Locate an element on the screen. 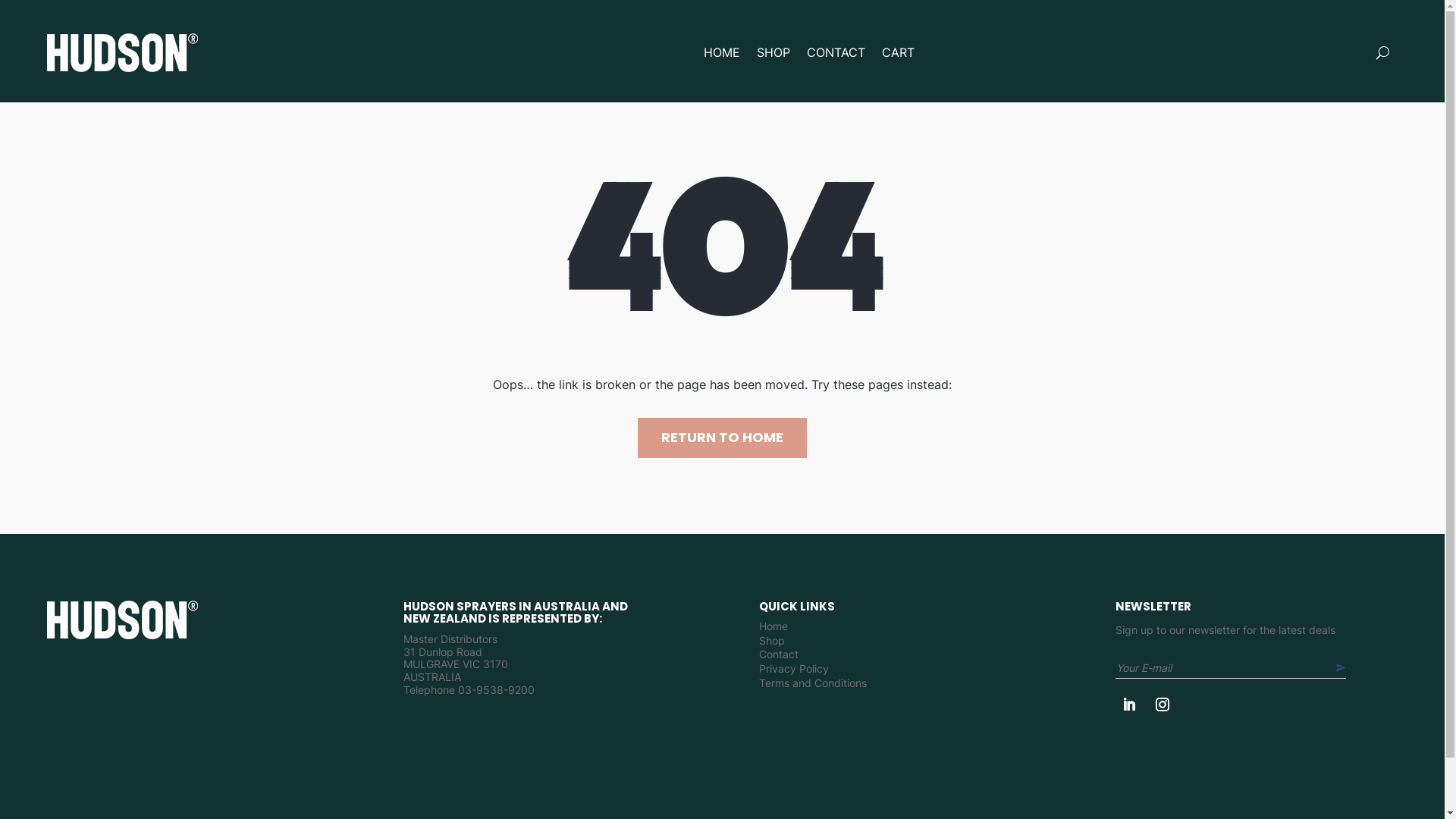 The width and height of the screenshot is (1456, 819). 'SHOP' is located at coordinates (773, 52).